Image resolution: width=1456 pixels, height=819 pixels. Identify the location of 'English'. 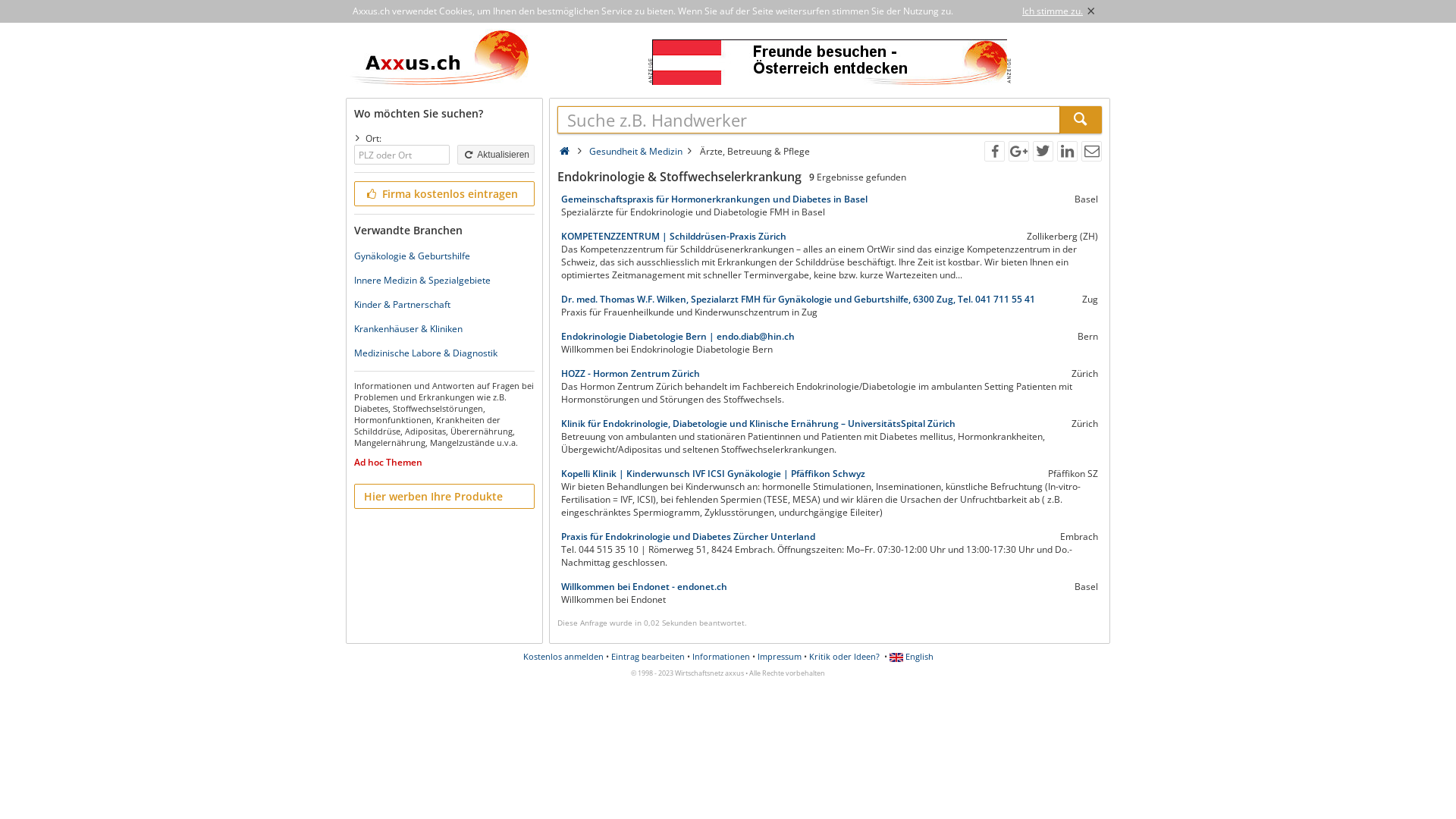
(910, 655).